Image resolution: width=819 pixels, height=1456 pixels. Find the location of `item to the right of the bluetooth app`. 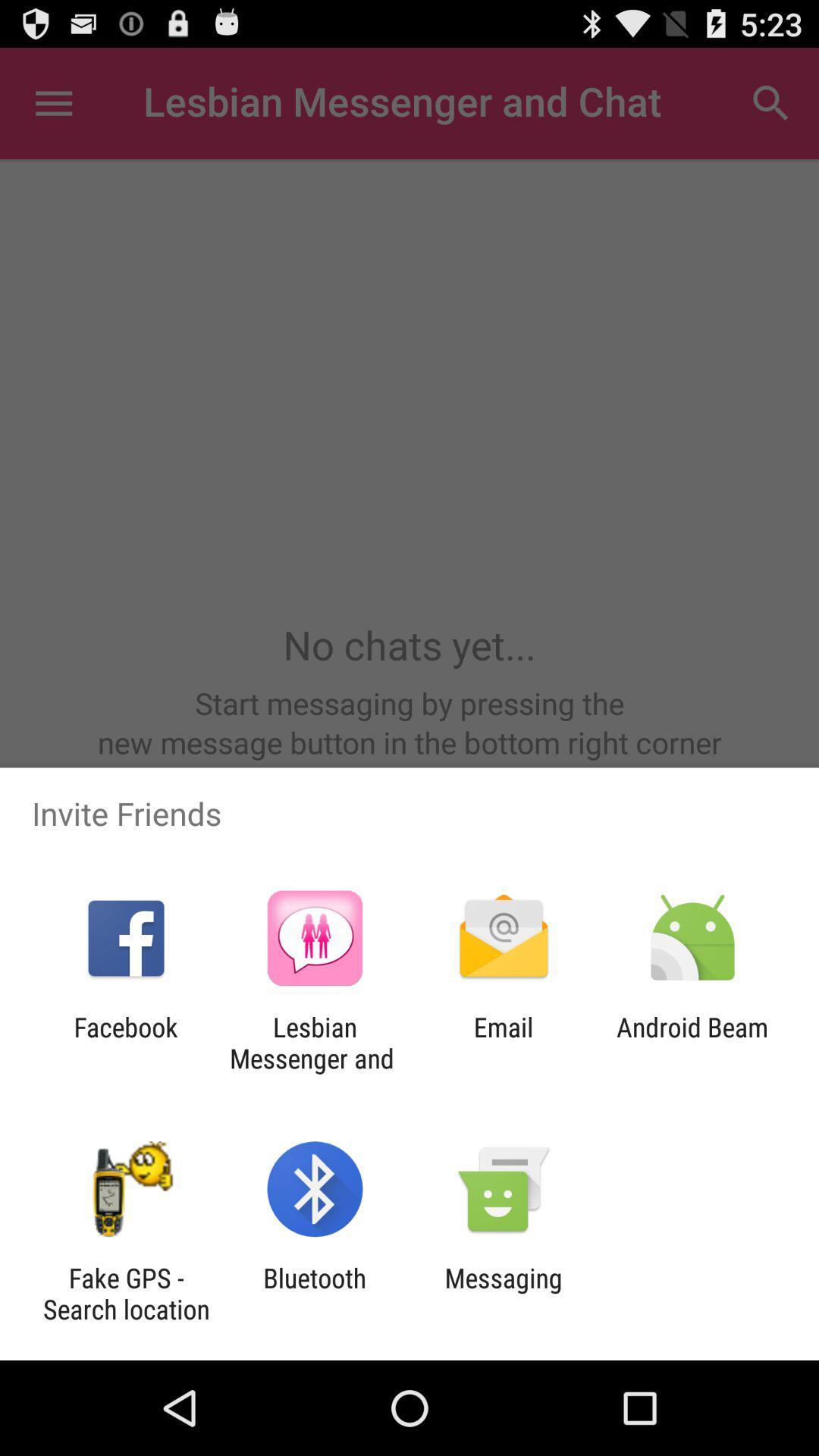

item to the right of the bluetooth app is located at coordinates (504, 1293).